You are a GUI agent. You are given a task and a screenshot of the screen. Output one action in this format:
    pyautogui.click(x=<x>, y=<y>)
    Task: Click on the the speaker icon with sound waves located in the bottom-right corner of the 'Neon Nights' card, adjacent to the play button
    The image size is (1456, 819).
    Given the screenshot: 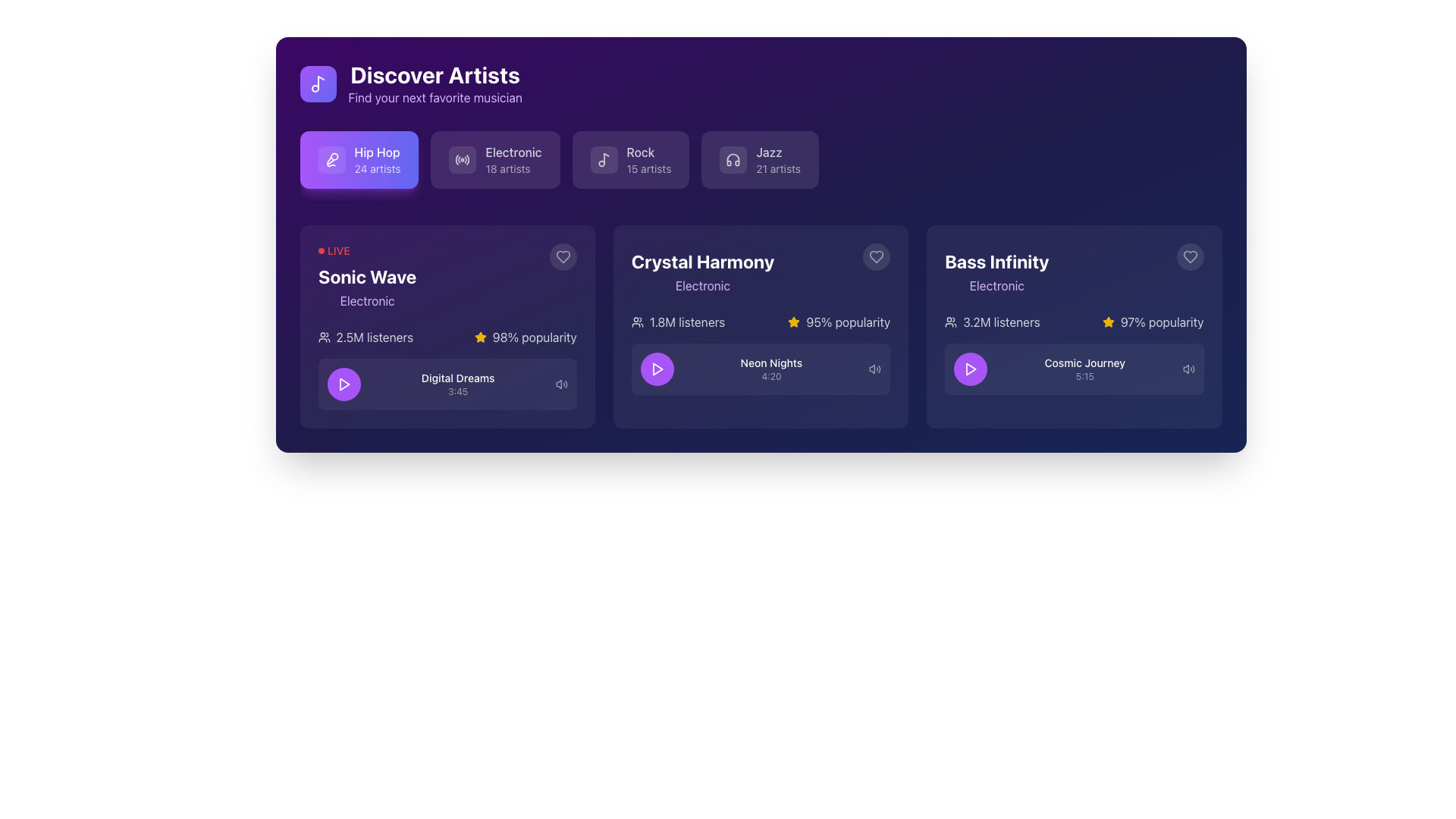 What is the action you would take?
    pyautogui.click(x=875, y=369)
    